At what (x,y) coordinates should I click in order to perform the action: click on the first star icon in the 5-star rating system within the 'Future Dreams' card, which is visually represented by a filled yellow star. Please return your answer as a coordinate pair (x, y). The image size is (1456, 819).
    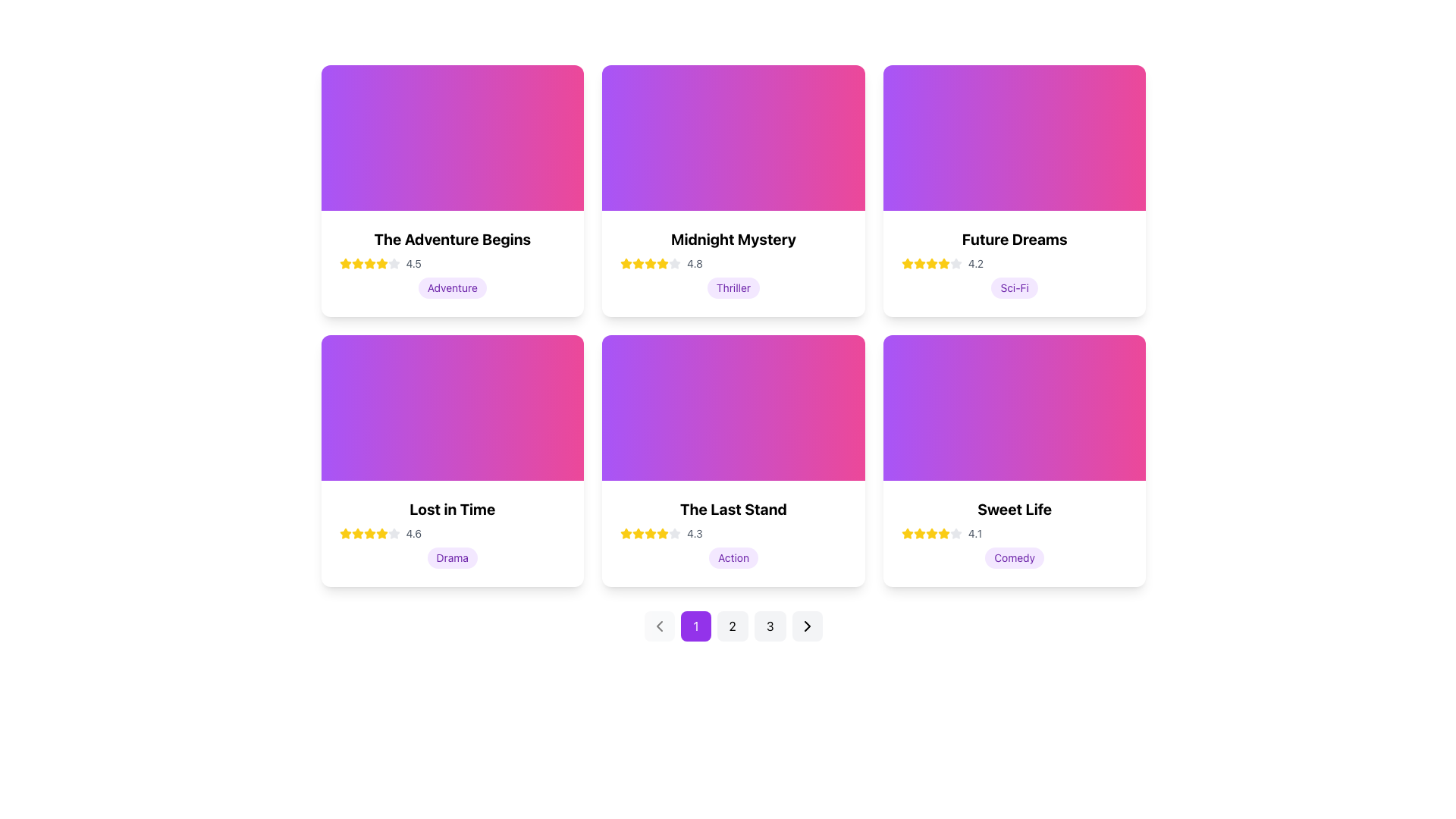
    Looking at the image, I should click on (907, 262).